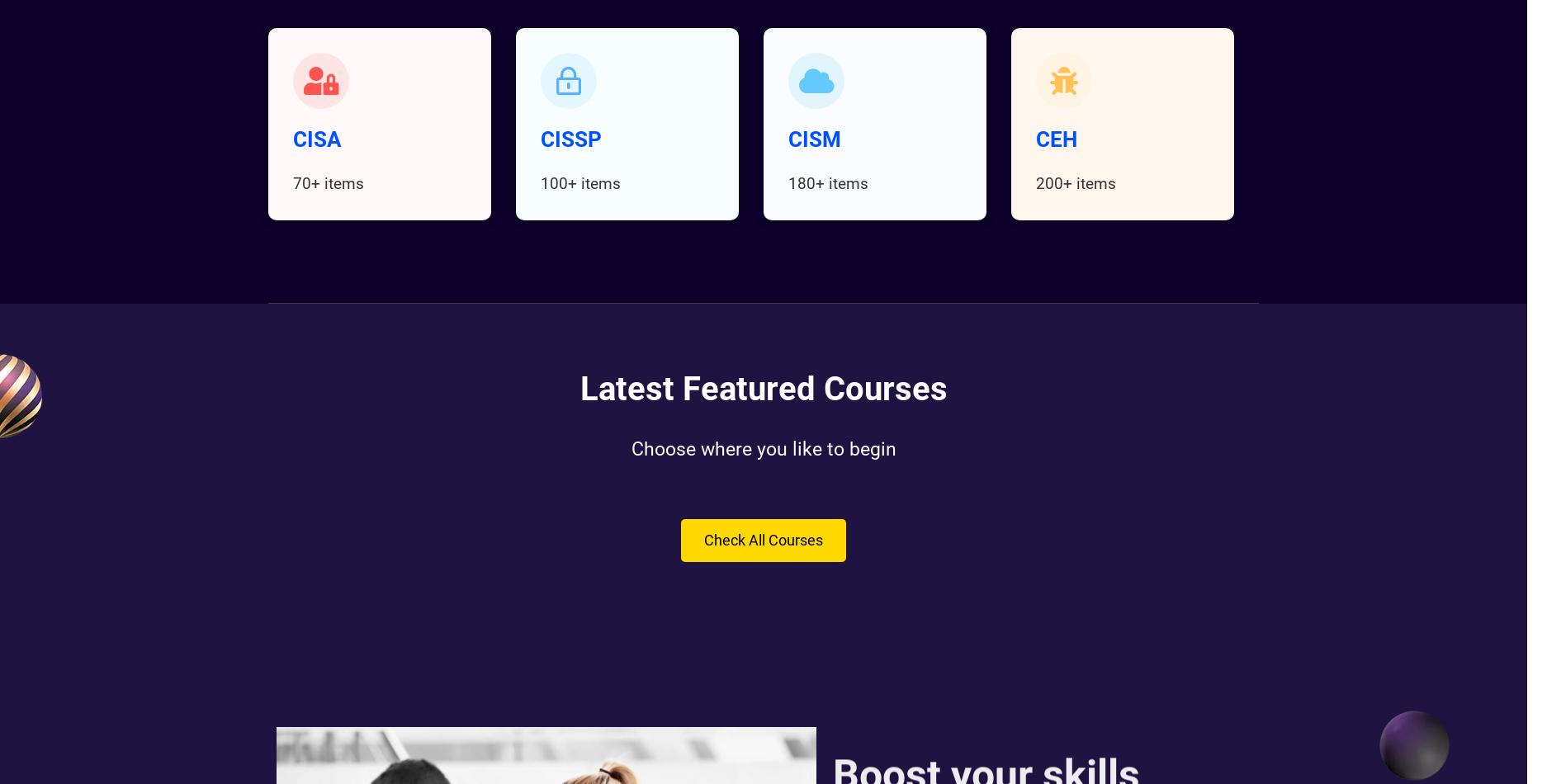  I want to click on 'CISSP', so click(570, 139).